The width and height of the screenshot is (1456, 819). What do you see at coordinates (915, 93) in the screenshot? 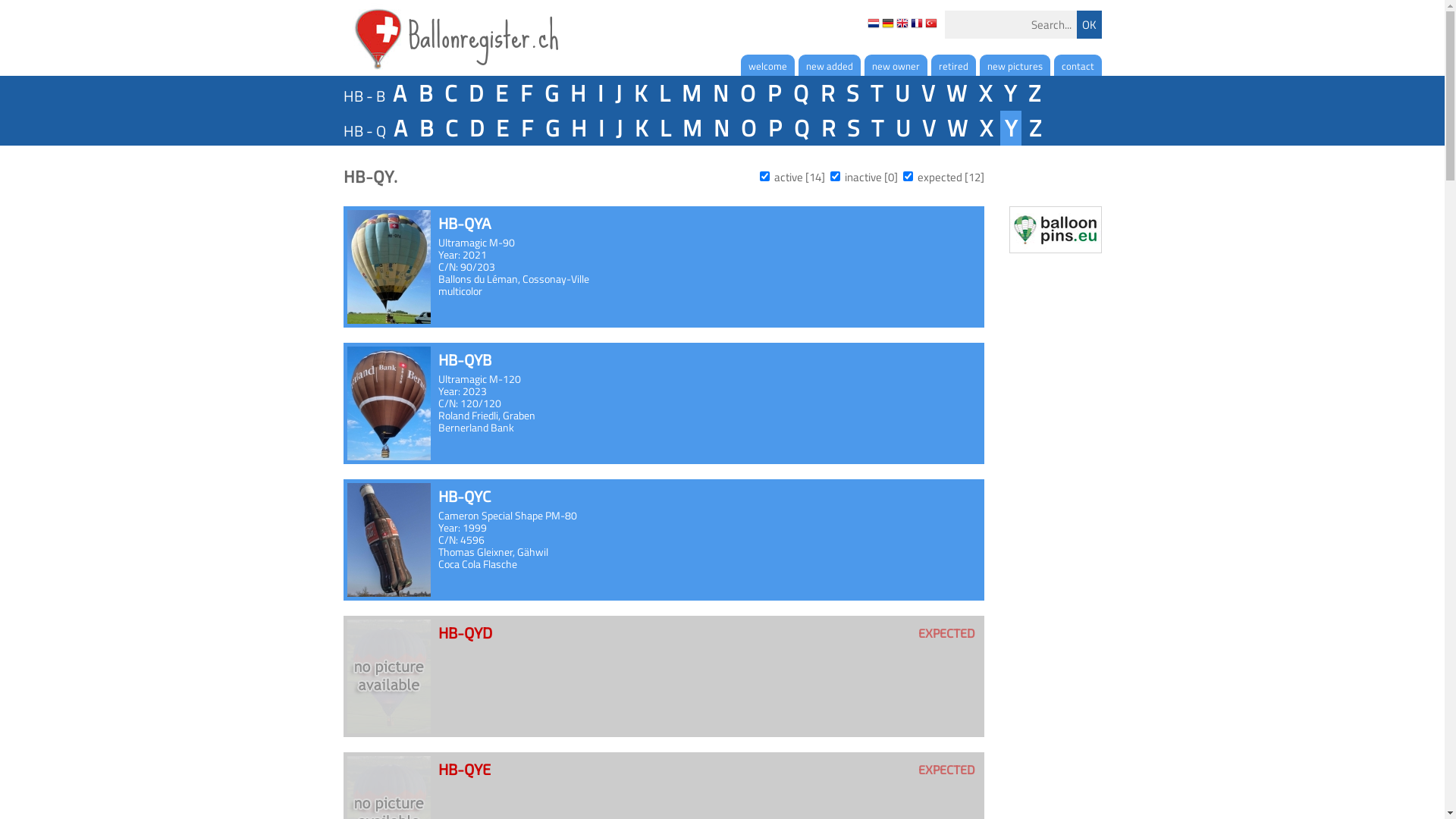
I see `'V'` at bounding box center [915, 93].